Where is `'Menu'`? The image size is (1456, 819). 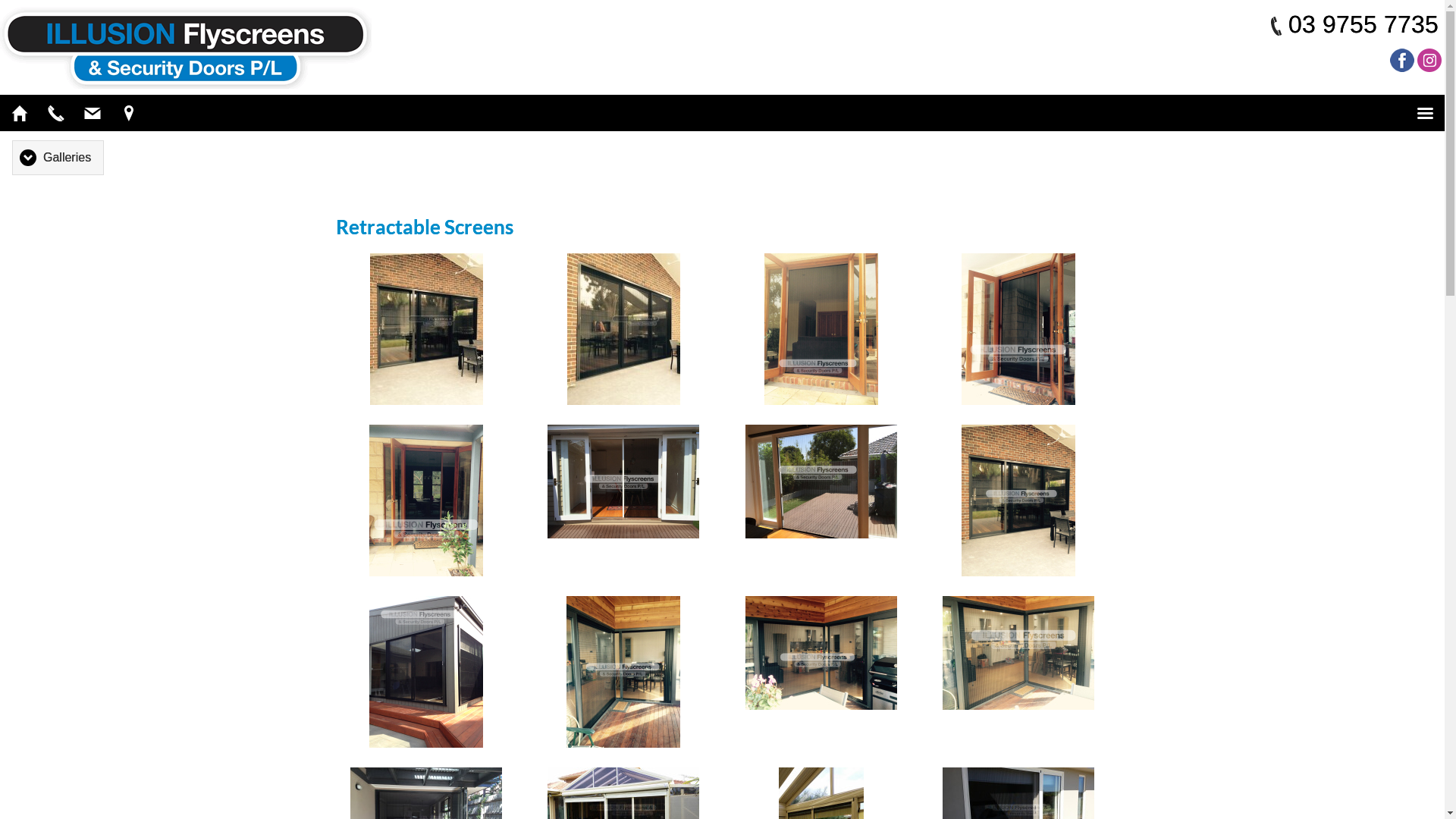
'Menu' is located at coordinates (1423, 112).